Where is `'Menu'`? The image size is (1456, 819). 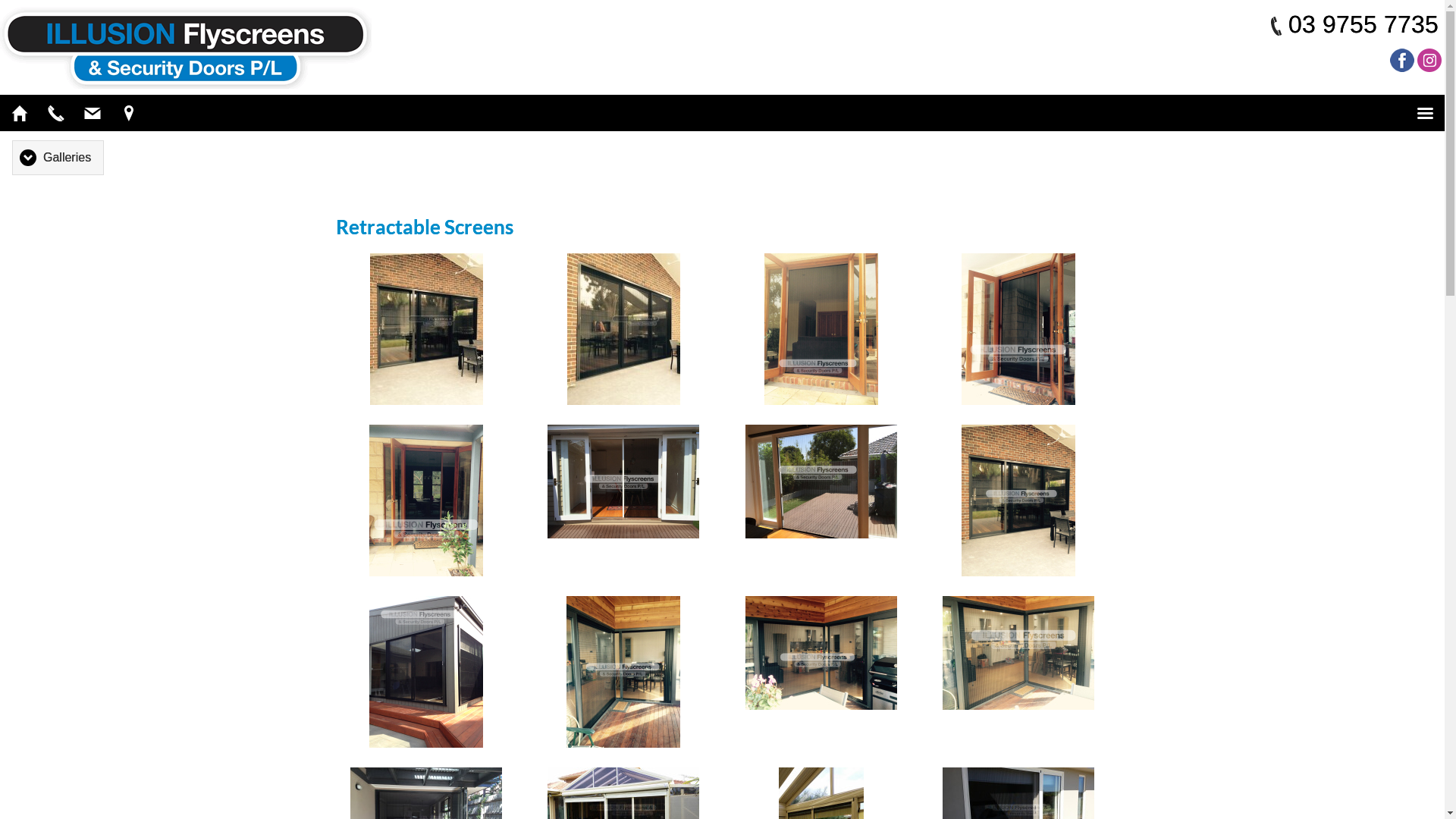
'Menu' is located at coordinates (1423, 112).